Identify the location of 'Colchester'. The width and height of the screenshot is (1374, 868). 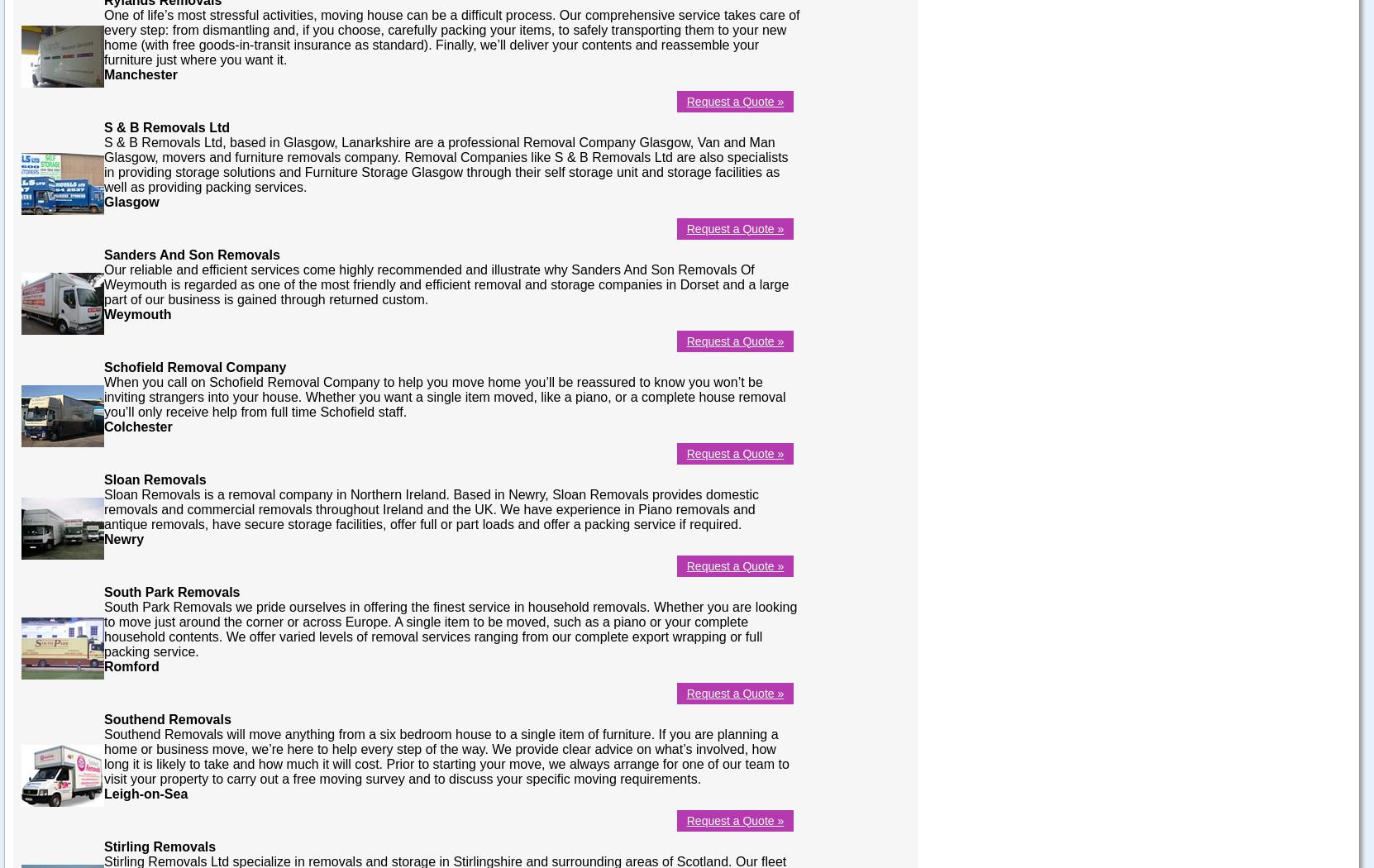
(137, 425).